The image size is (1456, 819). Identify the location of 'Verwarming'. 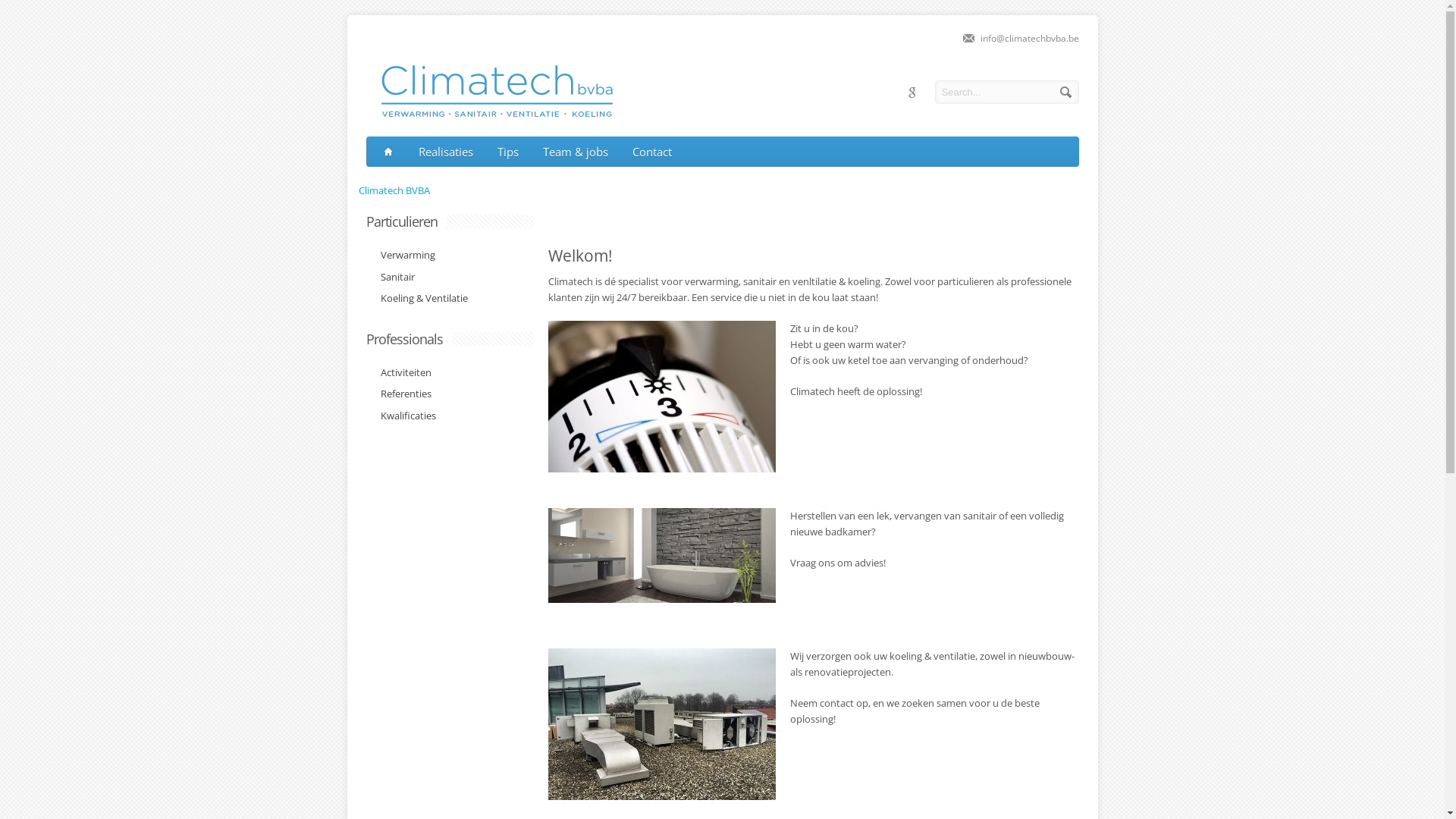
(403, 254).